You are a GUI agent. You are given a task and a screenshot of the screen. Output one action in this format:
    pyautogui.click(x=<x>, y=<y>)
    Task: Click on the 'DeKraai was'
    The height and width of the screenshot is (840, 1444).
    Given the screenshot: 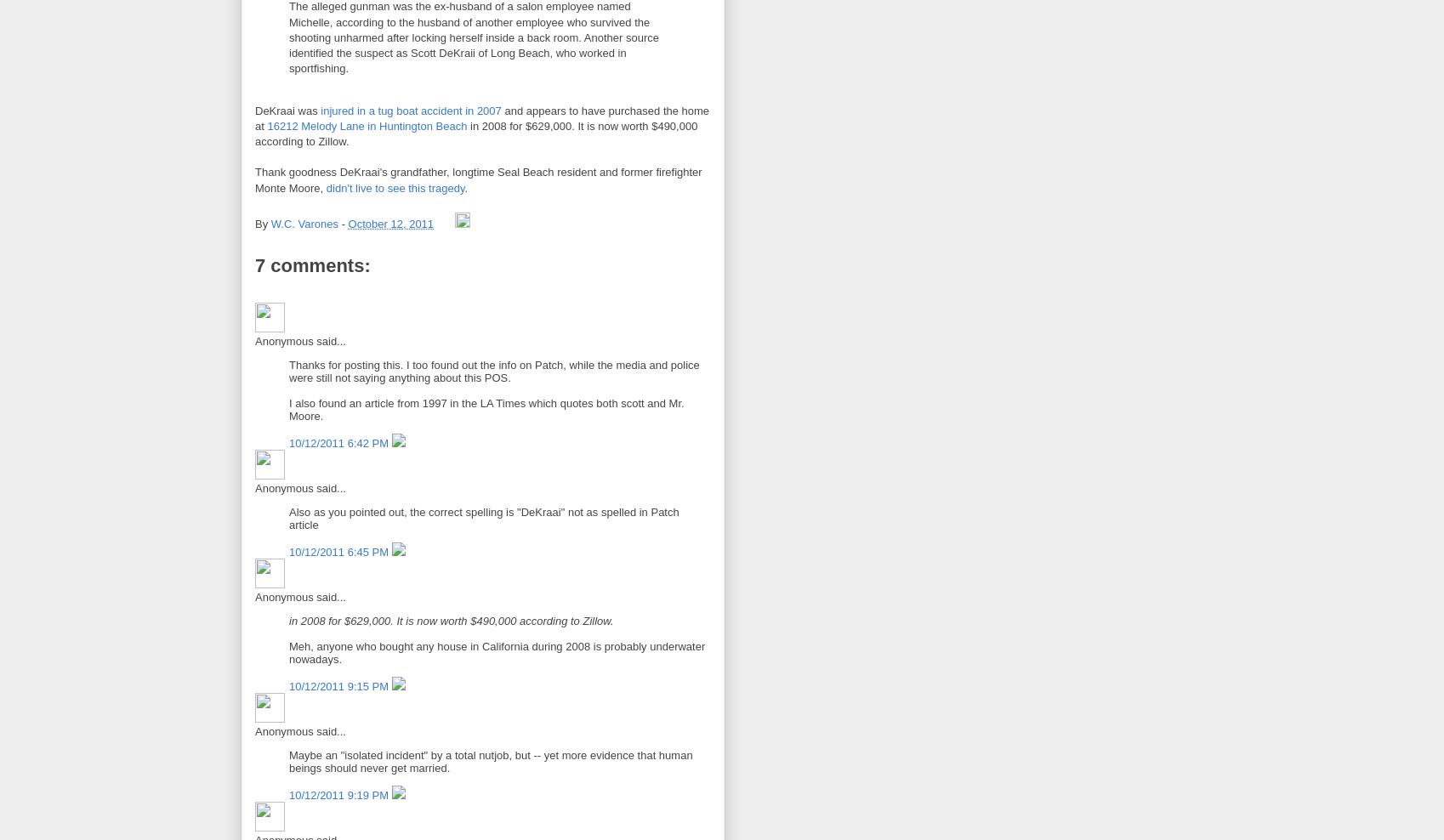 What is the action you would take?
    pyautogui.click(x=287, y=109)
    